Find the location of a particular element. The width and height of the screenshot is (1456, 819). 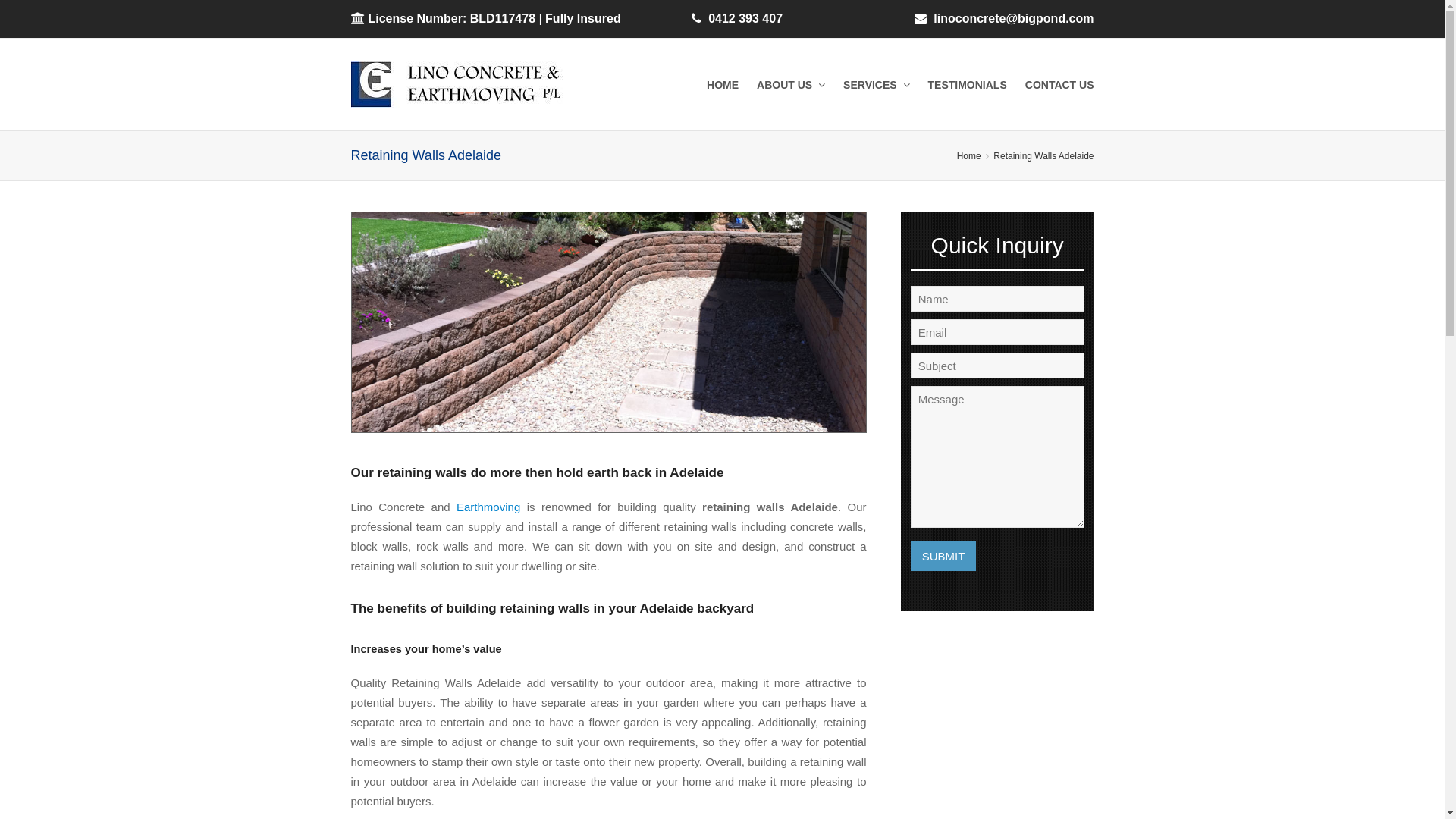

'CONTACT US' is located at coordinates (1059, 84).